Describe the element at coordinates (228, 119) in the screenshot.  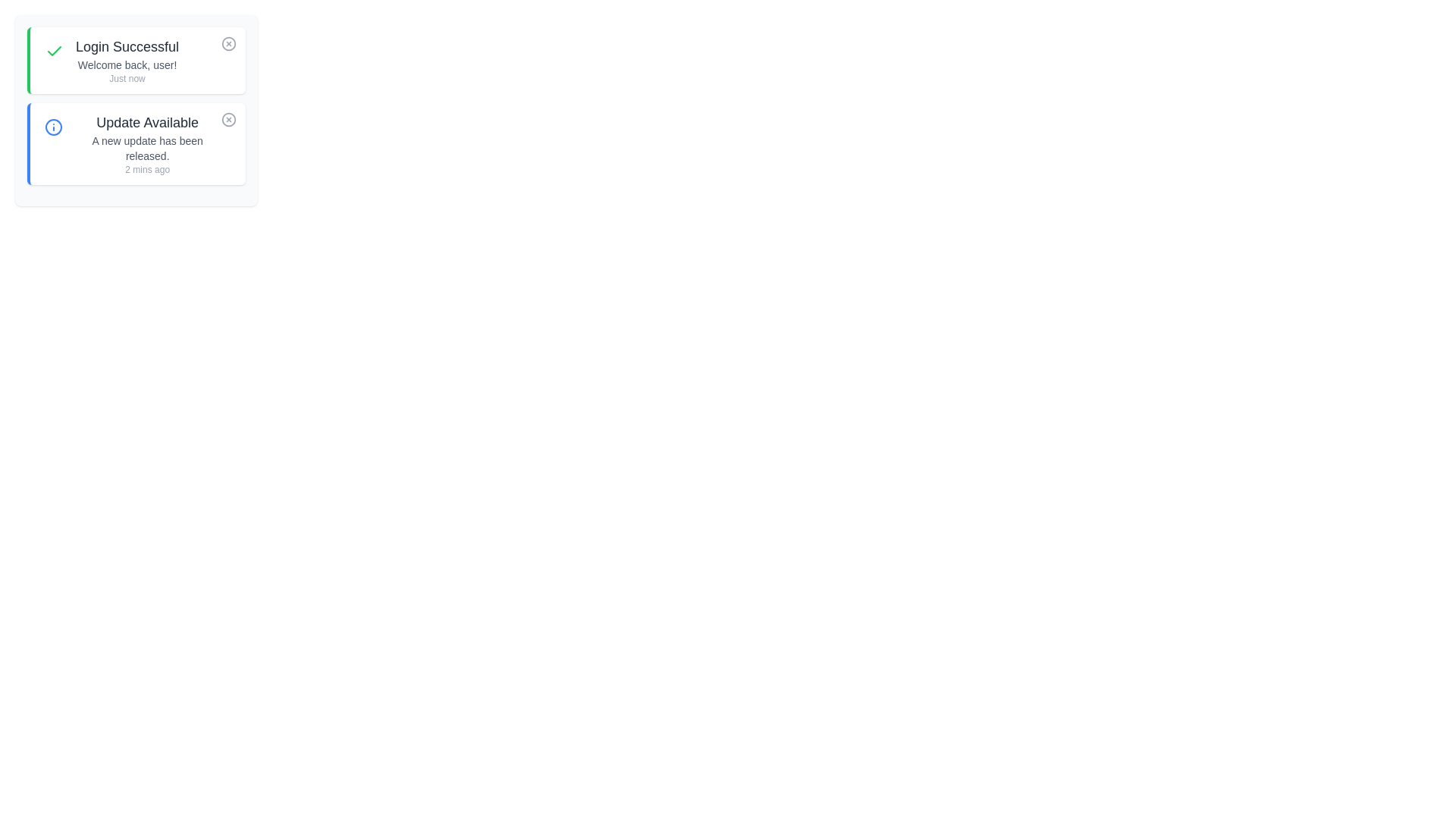
I see `the decorative SVG circle located in the second notification card with the text 'Update Available'` at that location.